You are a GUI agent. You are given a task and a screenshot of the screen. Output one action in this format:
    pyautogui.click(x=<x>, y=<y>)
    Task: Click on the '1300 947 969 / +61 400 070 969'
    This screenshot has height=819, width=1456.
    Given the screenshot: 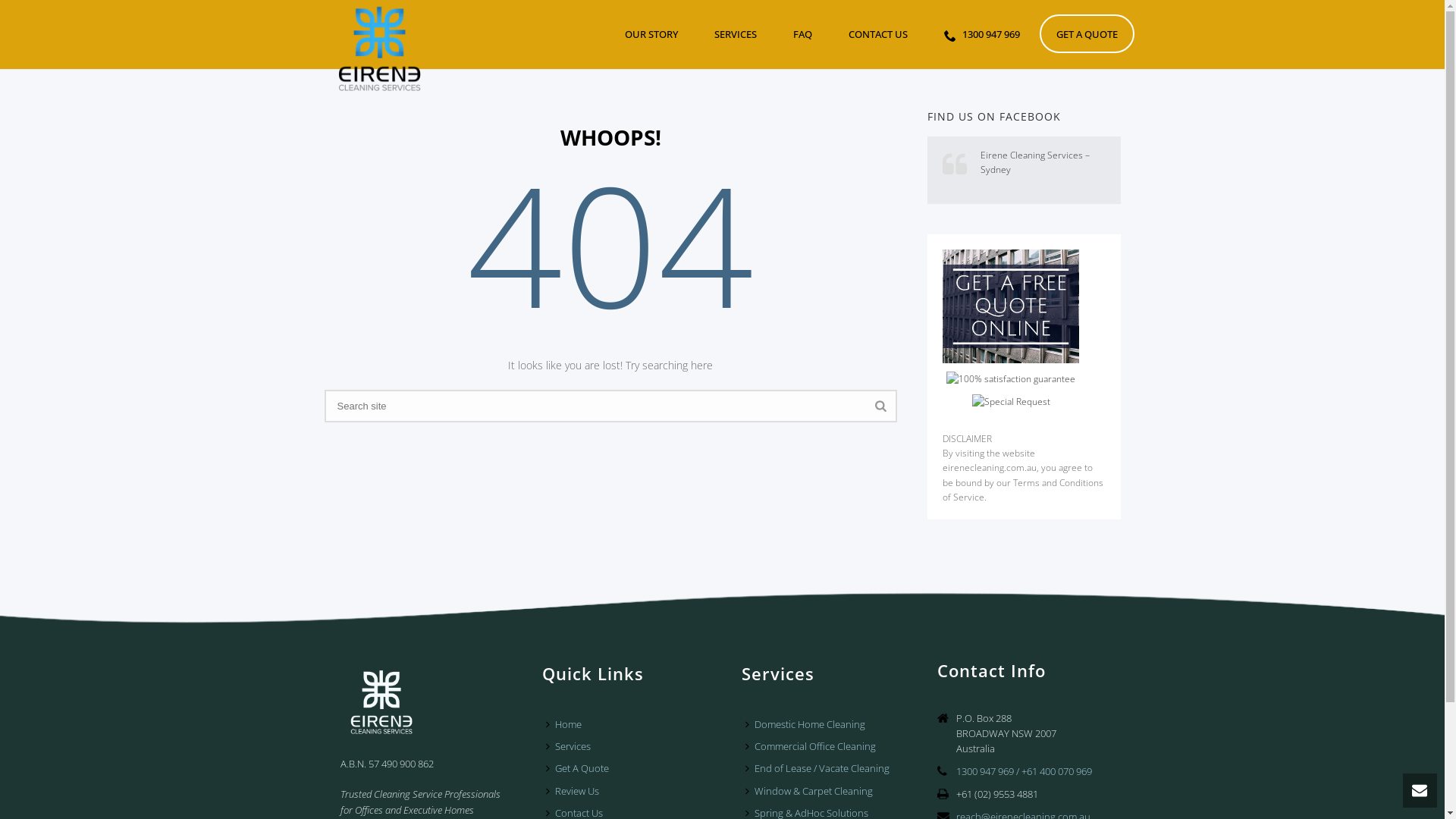 What is the action you would take?
    pyautogui.click(x=1024, y=771)
    